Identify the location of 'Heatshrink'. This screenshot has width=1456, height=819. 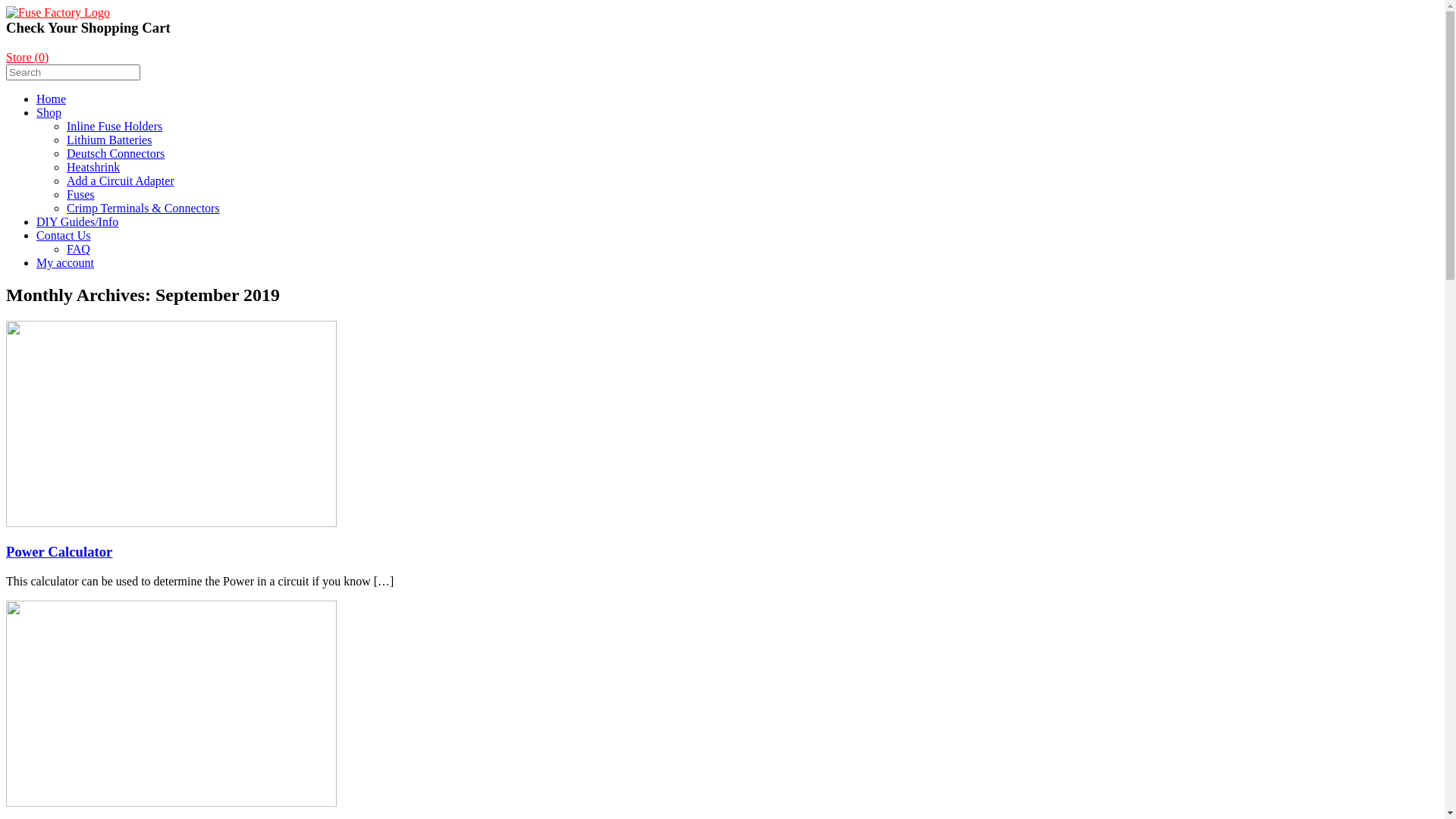
(65, 167).